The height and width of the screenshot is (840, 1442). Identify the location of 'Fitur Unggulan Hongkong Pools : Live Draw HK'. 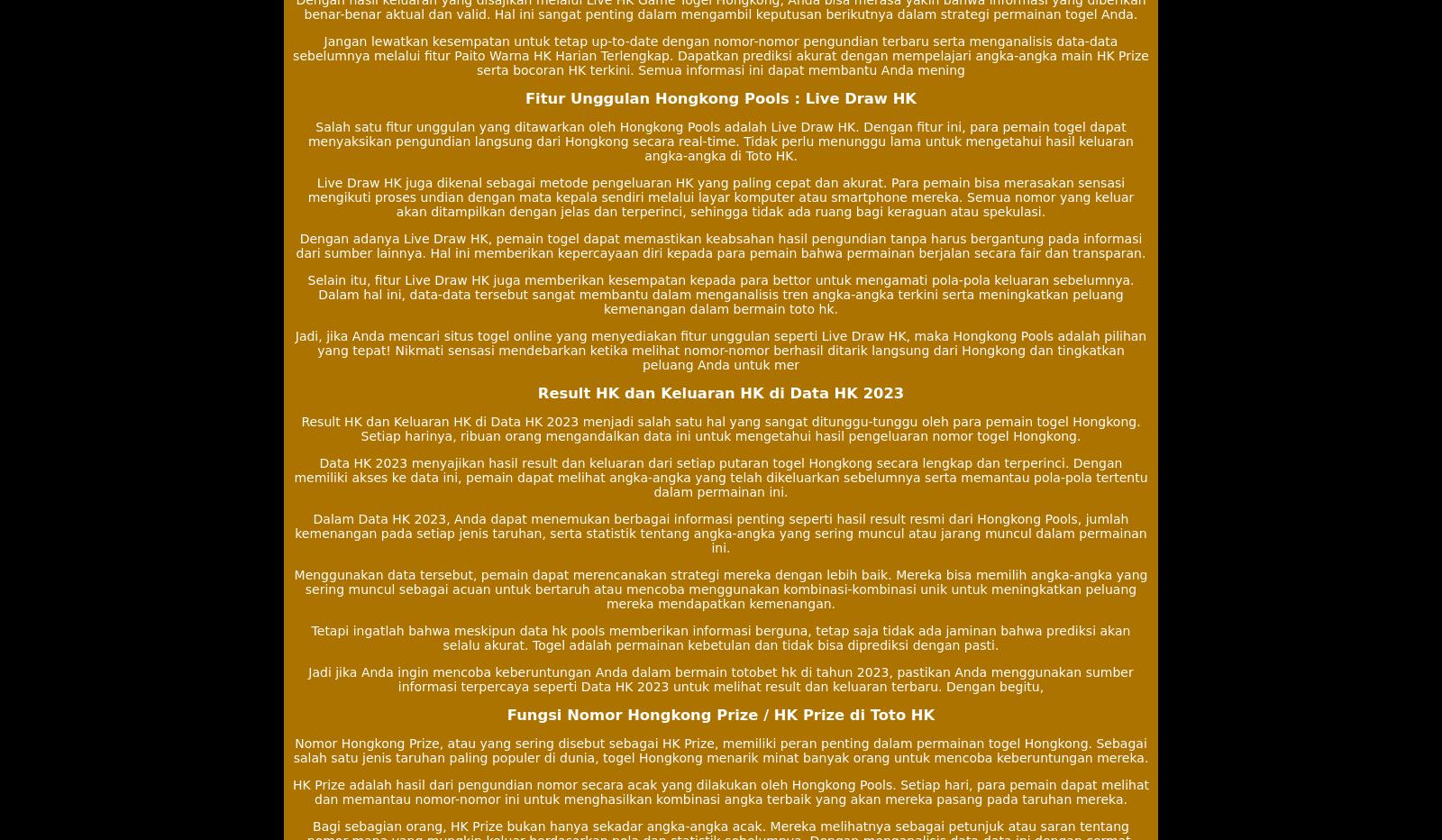
(720, 98).